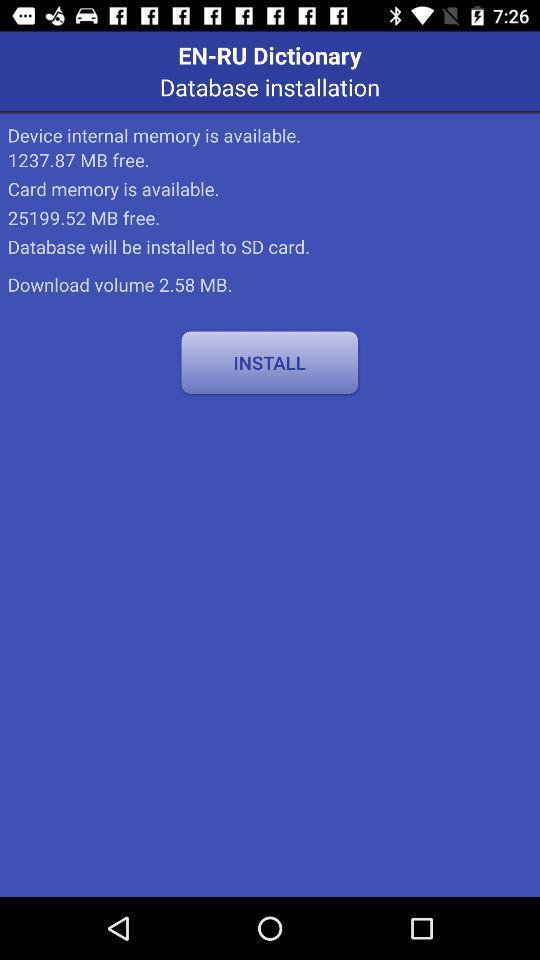  Describe the element at coordinates (269, 361) in the screenshot. I see `the item below the download volume 2 item` at that location.